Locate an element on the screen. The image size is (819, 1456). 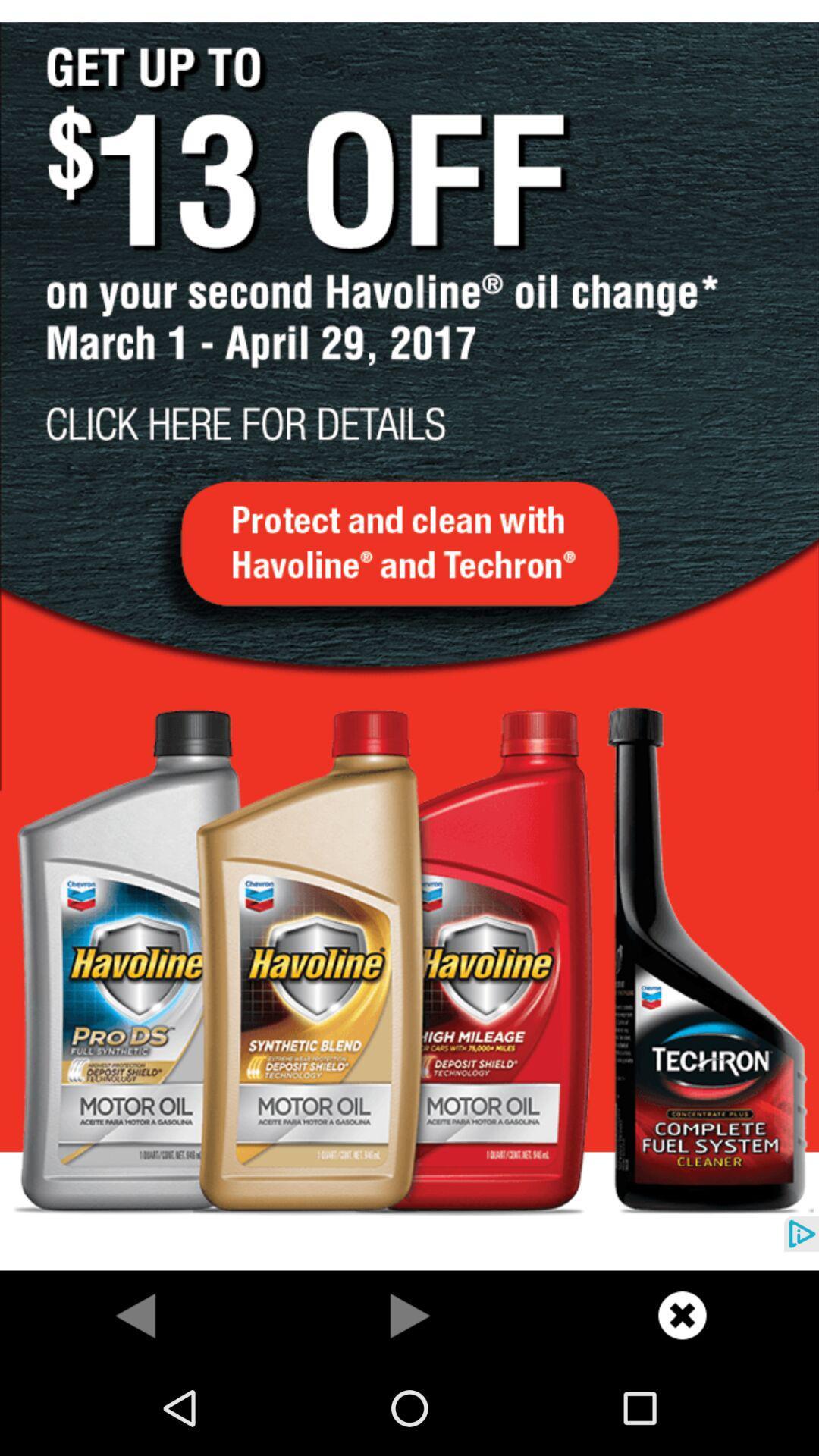
go back is located at coordinates (136, 1314).